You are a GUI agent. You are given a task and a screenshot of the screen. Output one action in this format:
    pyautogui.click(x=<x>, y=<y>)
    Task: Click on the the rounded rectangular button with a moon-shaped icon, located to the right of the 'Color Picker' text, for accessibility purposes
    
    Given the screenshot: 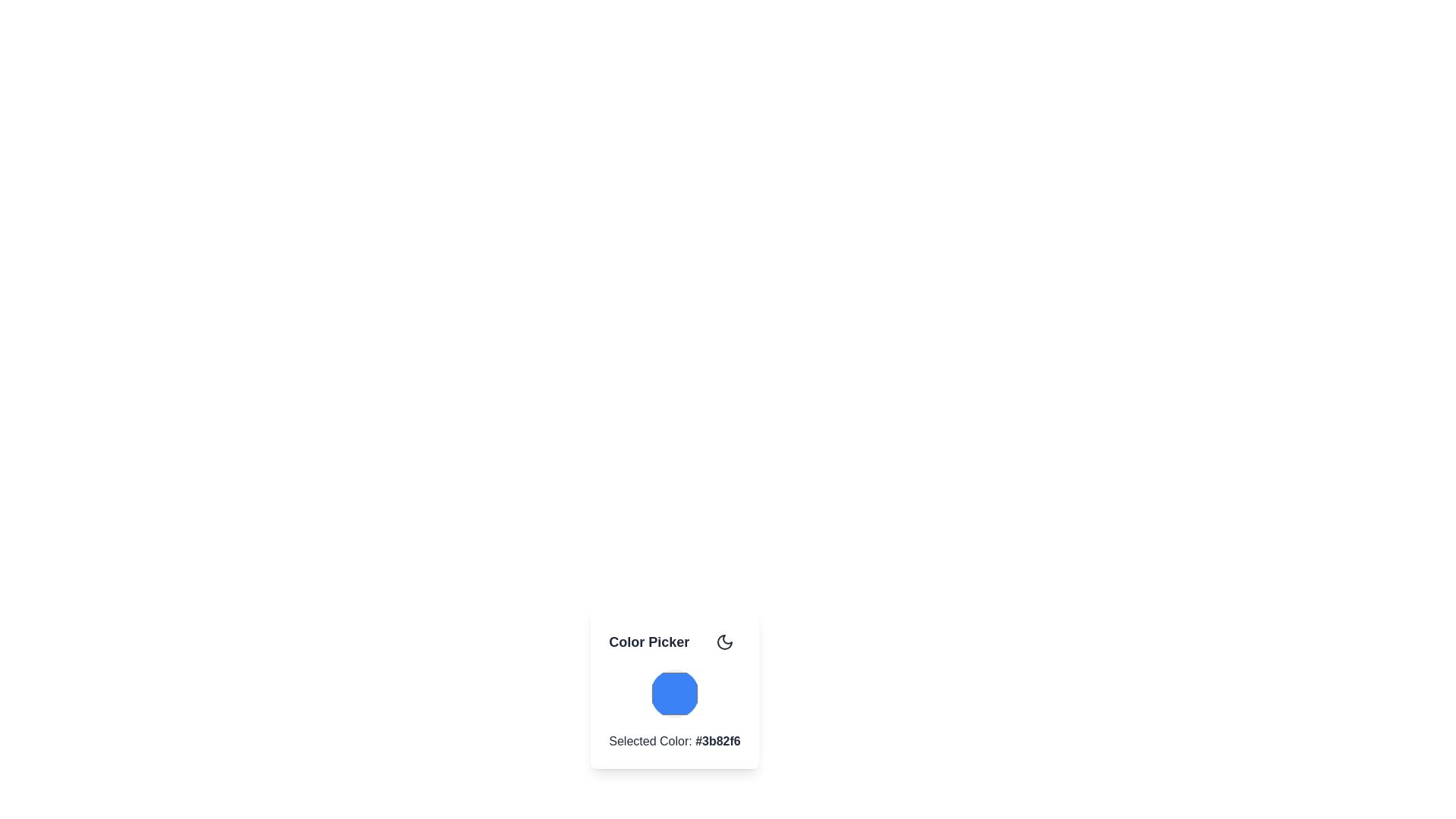 What is the action you would take?
    pyautogui.click(x=724, y=642)
    